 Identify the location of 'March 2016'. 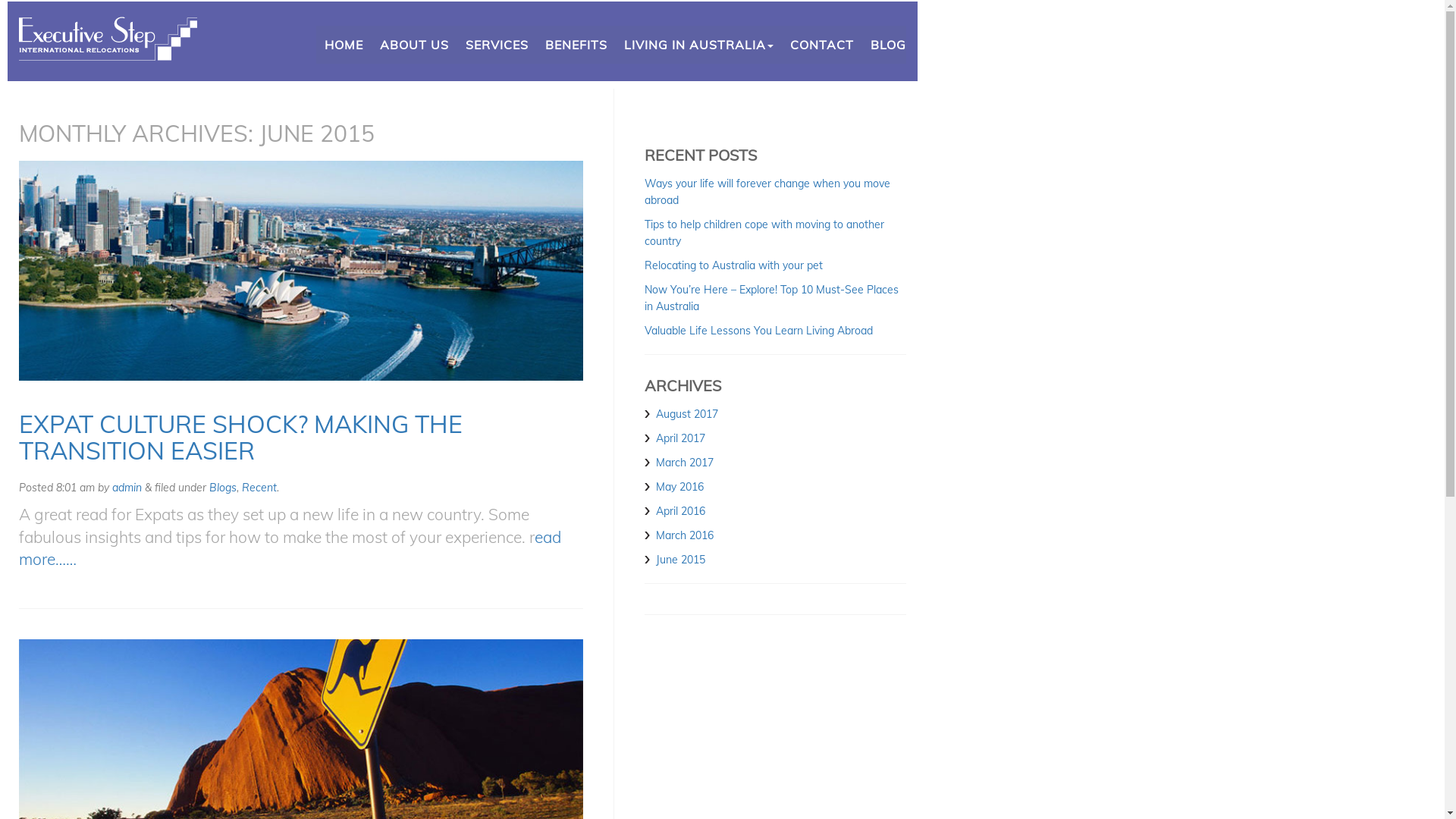
(683, 534).